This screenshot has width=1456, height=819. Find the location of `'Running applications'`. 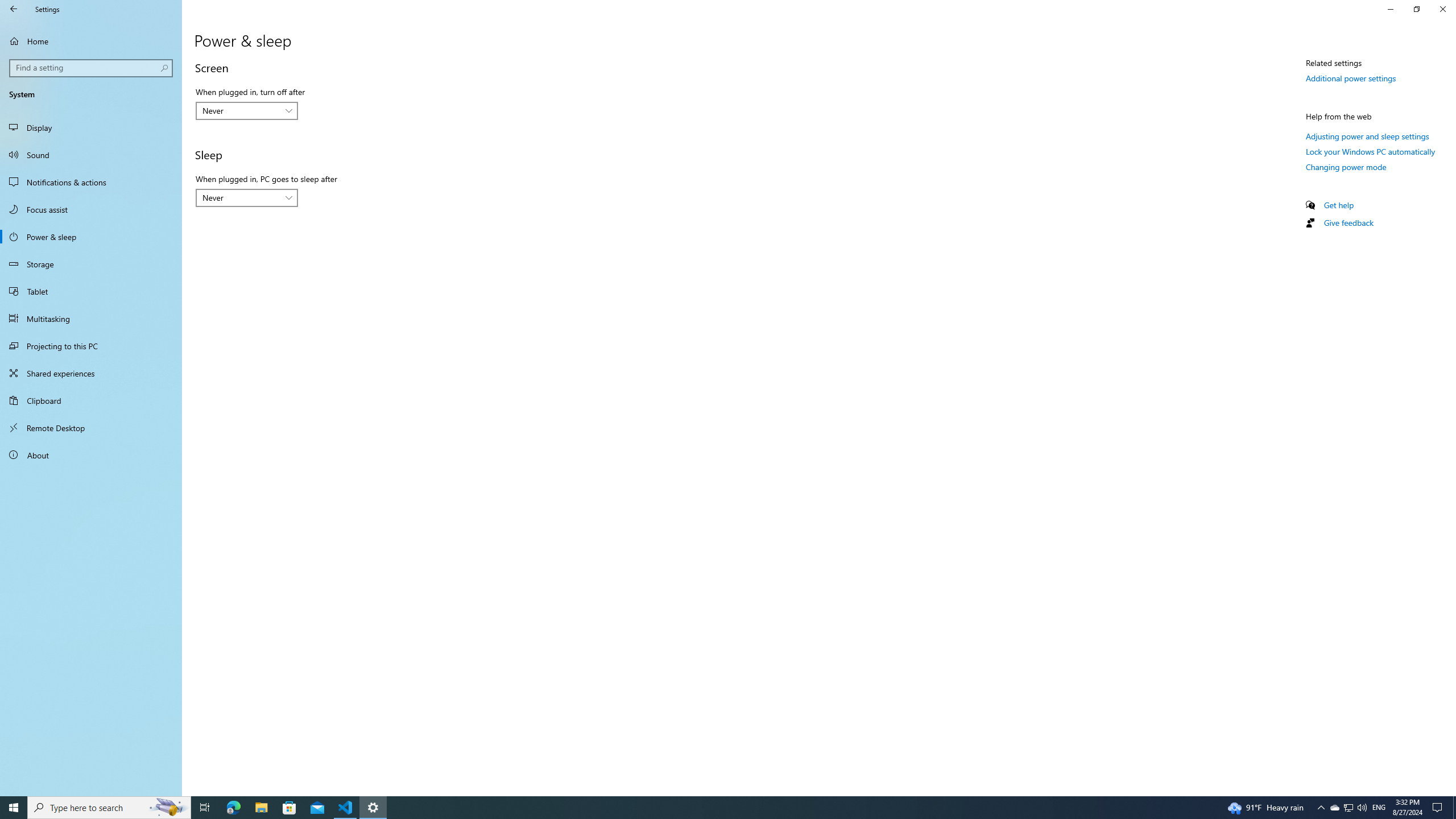

'Running applications' is located at coordinates (706, 806).